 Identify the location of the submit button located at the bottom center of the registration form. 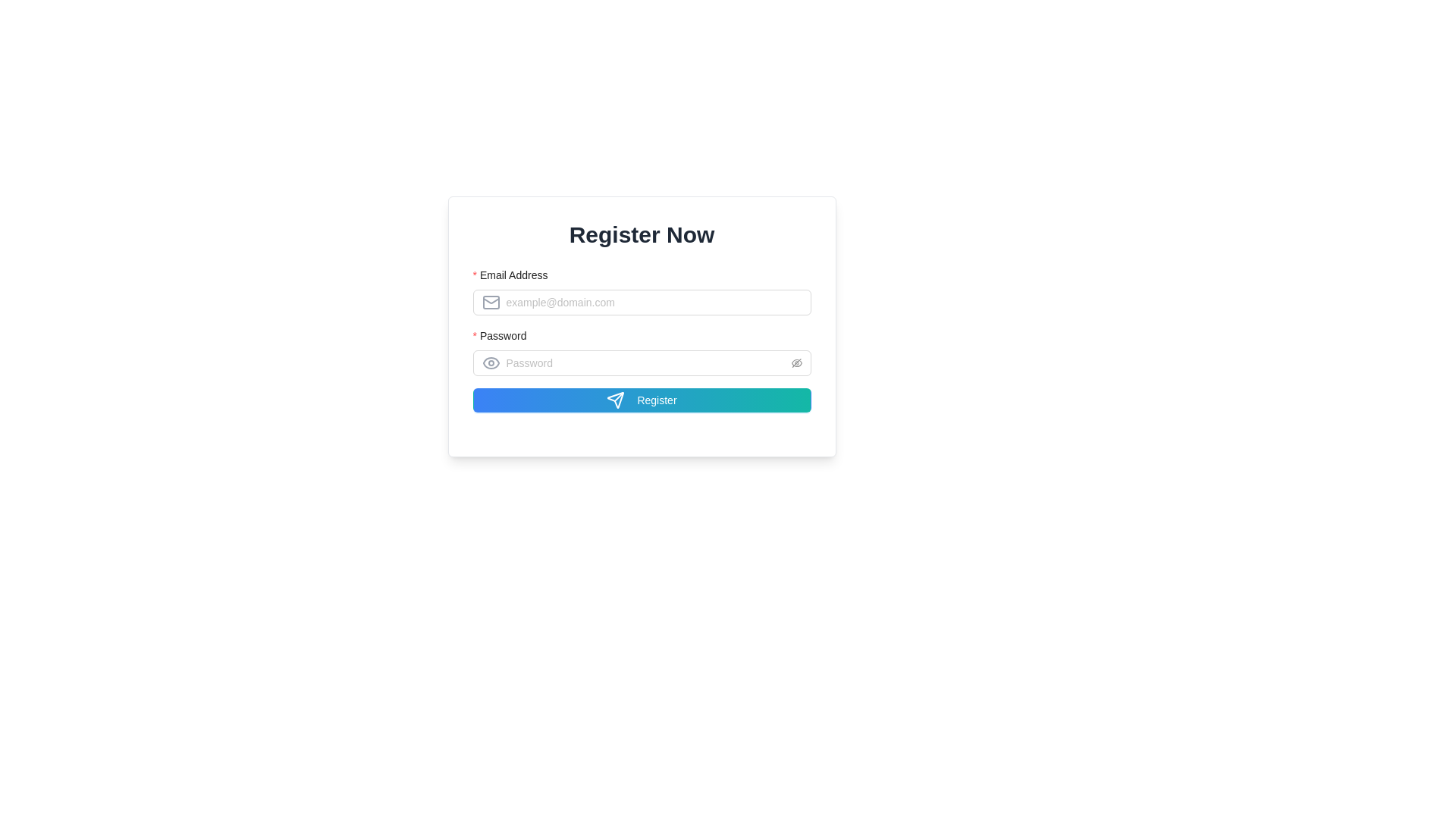
(642, 400).